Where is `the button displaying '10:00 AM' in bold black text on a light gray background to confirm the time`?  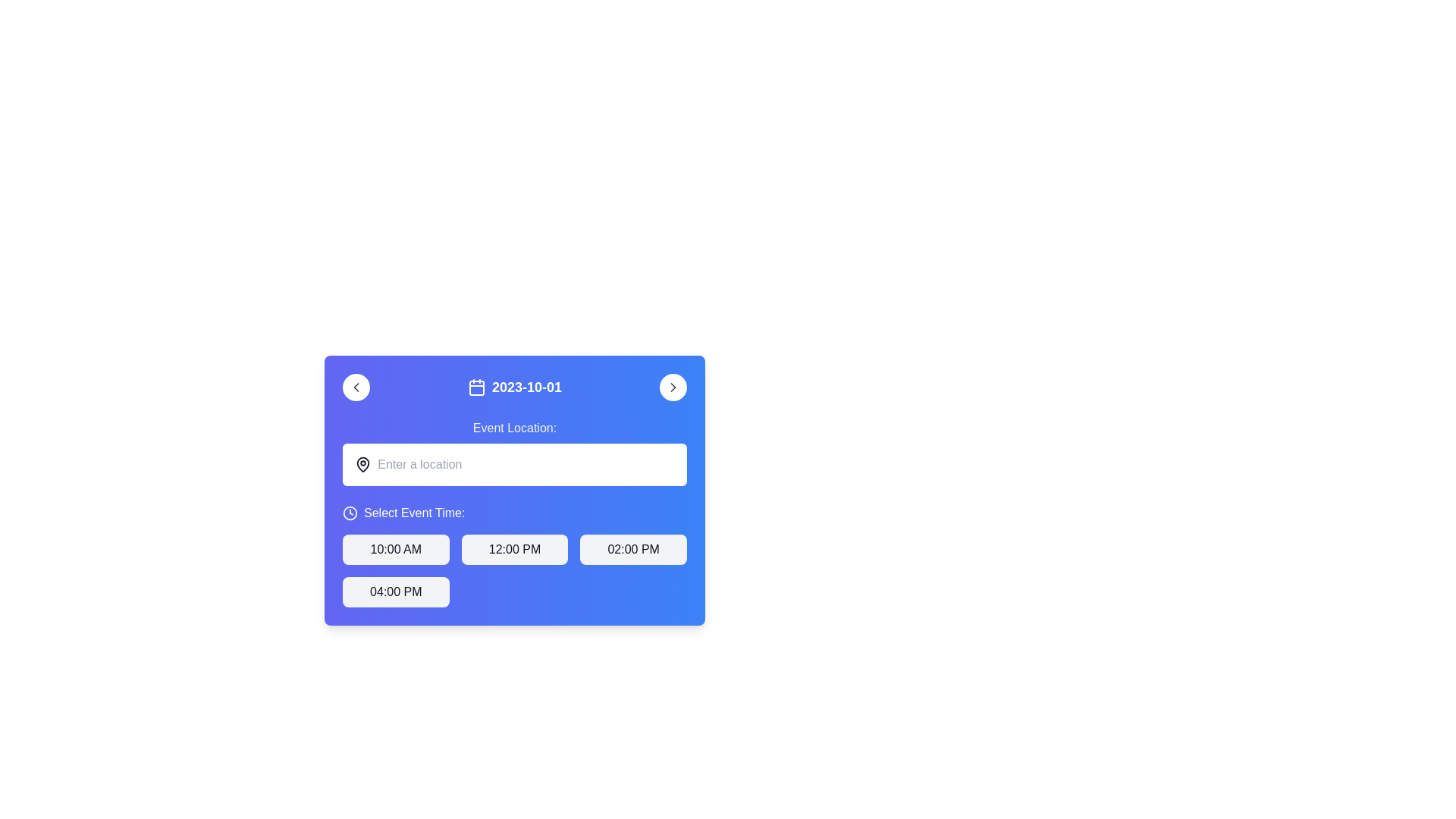 the button displaying '10:00 AM' in bold black text on a light gray background to confirm the time is located at coordinates (396, 550).